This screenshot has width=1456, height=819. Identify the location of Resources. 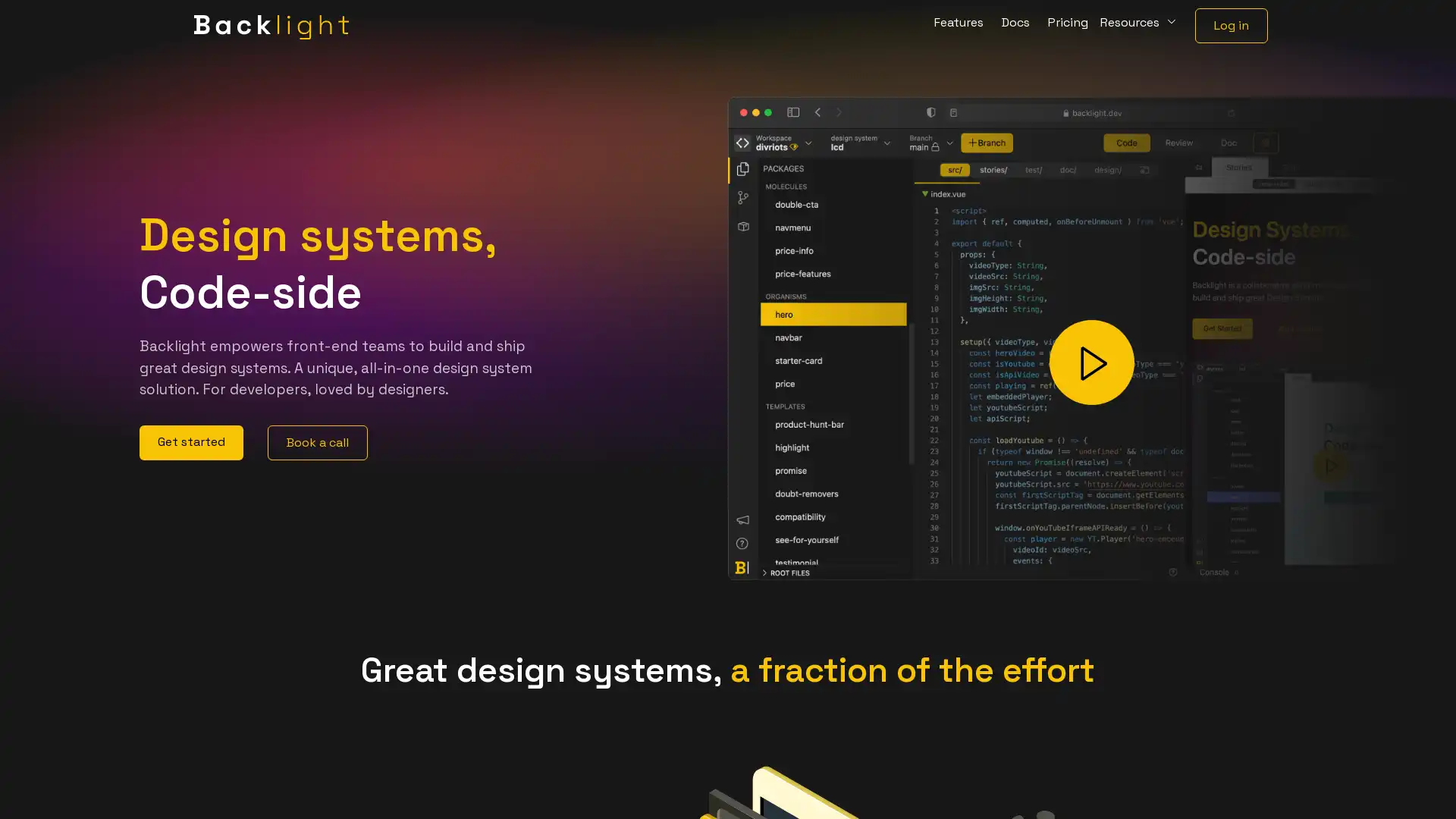
(1139, 26).